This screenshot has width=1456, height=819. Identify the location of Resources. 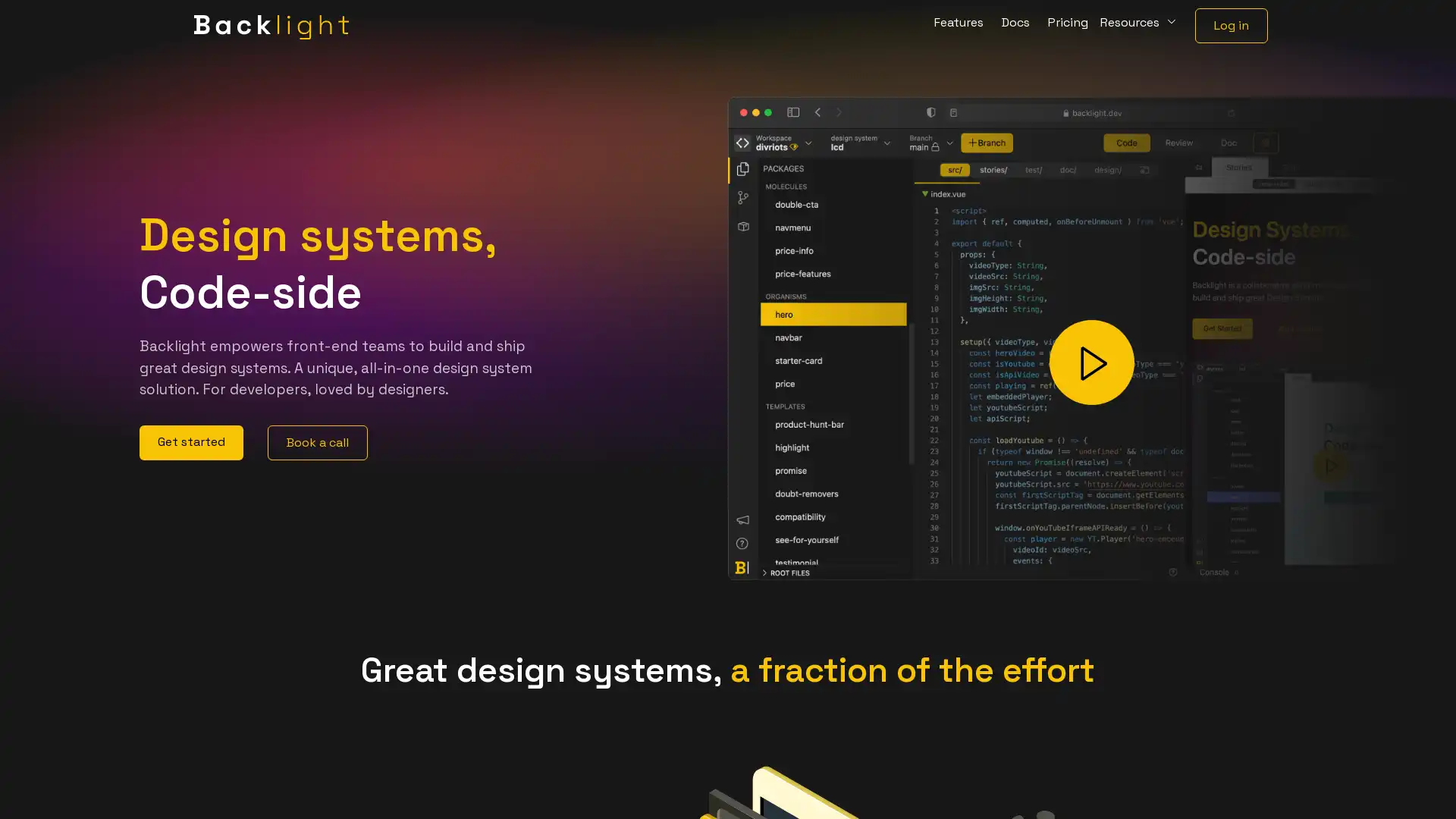
(1139, 26).